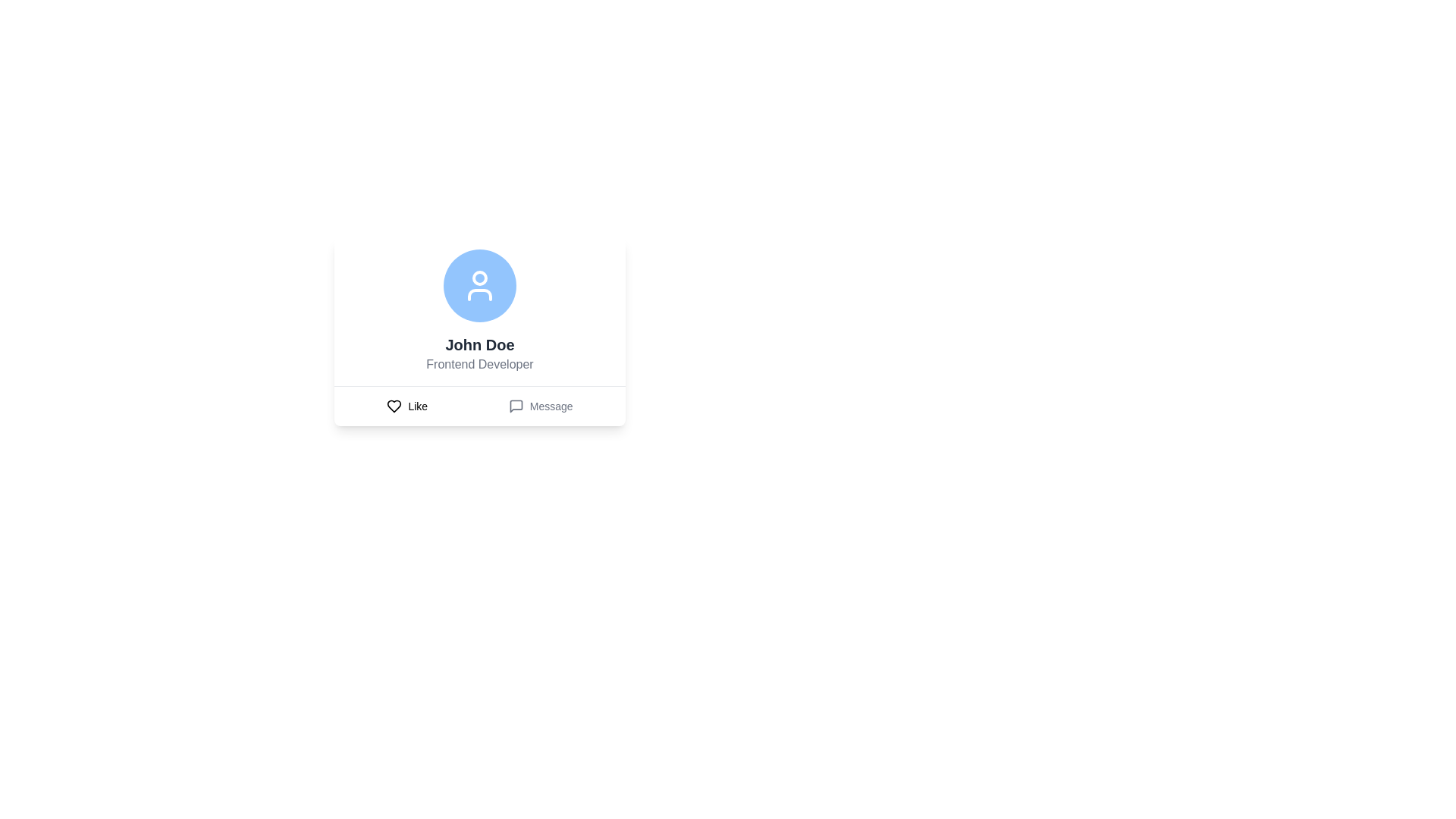  What do you see at coordinates (479, 286) in the screenshot?
I see `the circular user profile icon, which is white with a silhouette design, centered within a blue circular background, located in the upper-middle part of a card displaying 'John Doe' and 'Frontend Developer'` at bounding box center [479, 286].